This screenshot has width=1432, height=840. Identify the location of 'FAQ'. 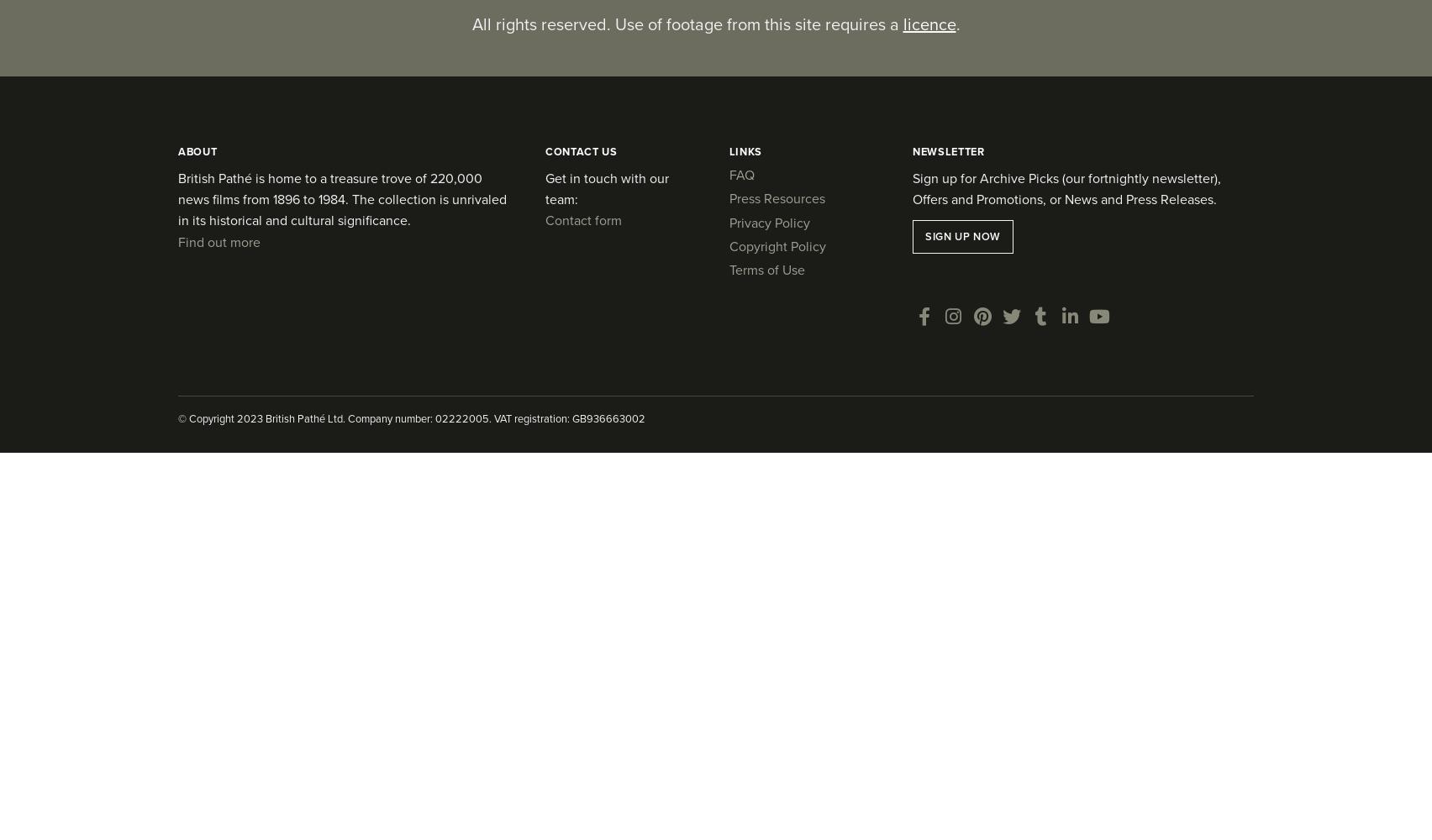
(740, 173).